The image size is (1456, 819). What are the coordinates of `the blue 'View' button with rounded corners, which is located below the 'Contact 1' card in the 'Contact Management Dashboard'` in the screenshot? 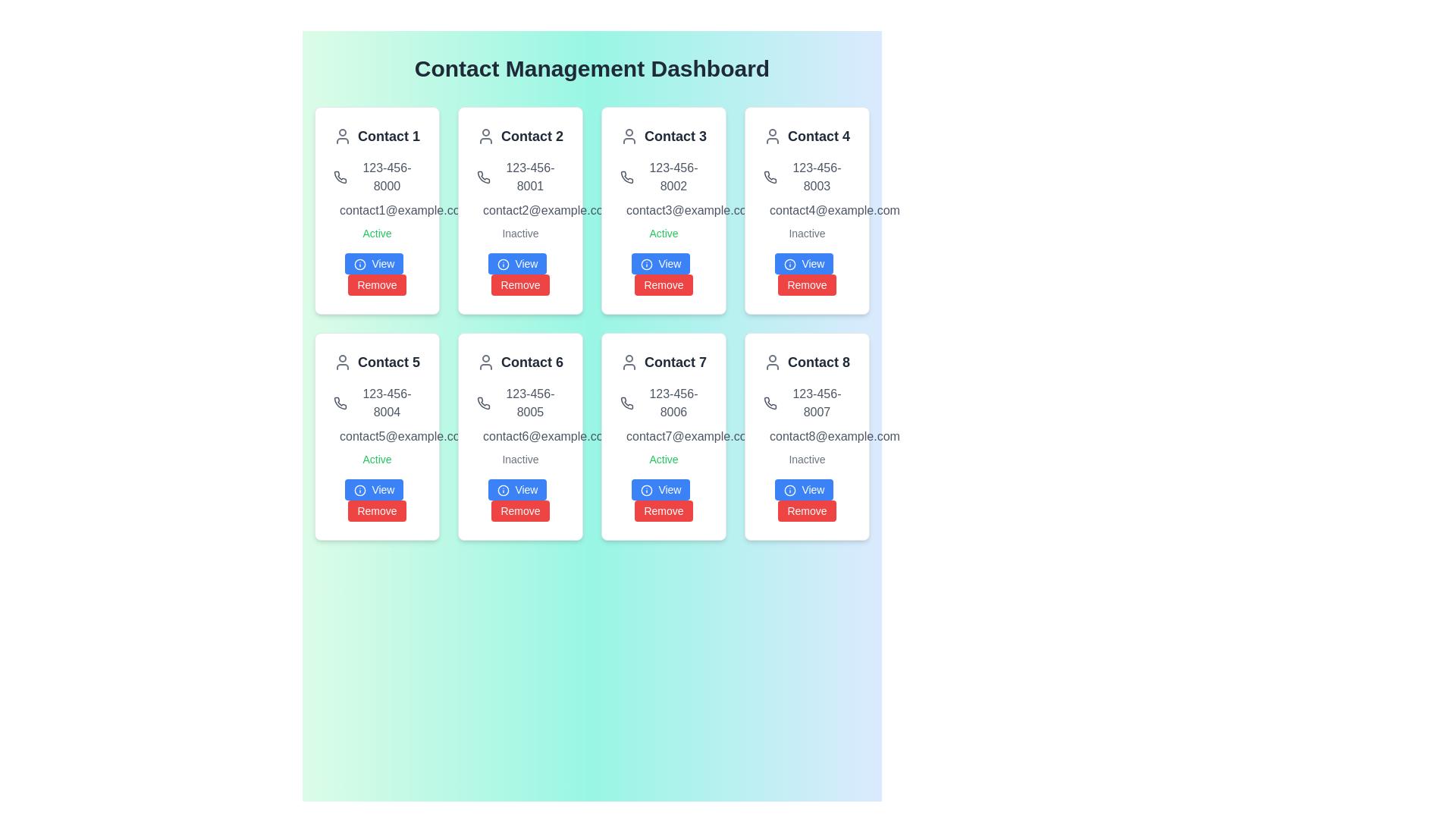 It's located at (374, 262).